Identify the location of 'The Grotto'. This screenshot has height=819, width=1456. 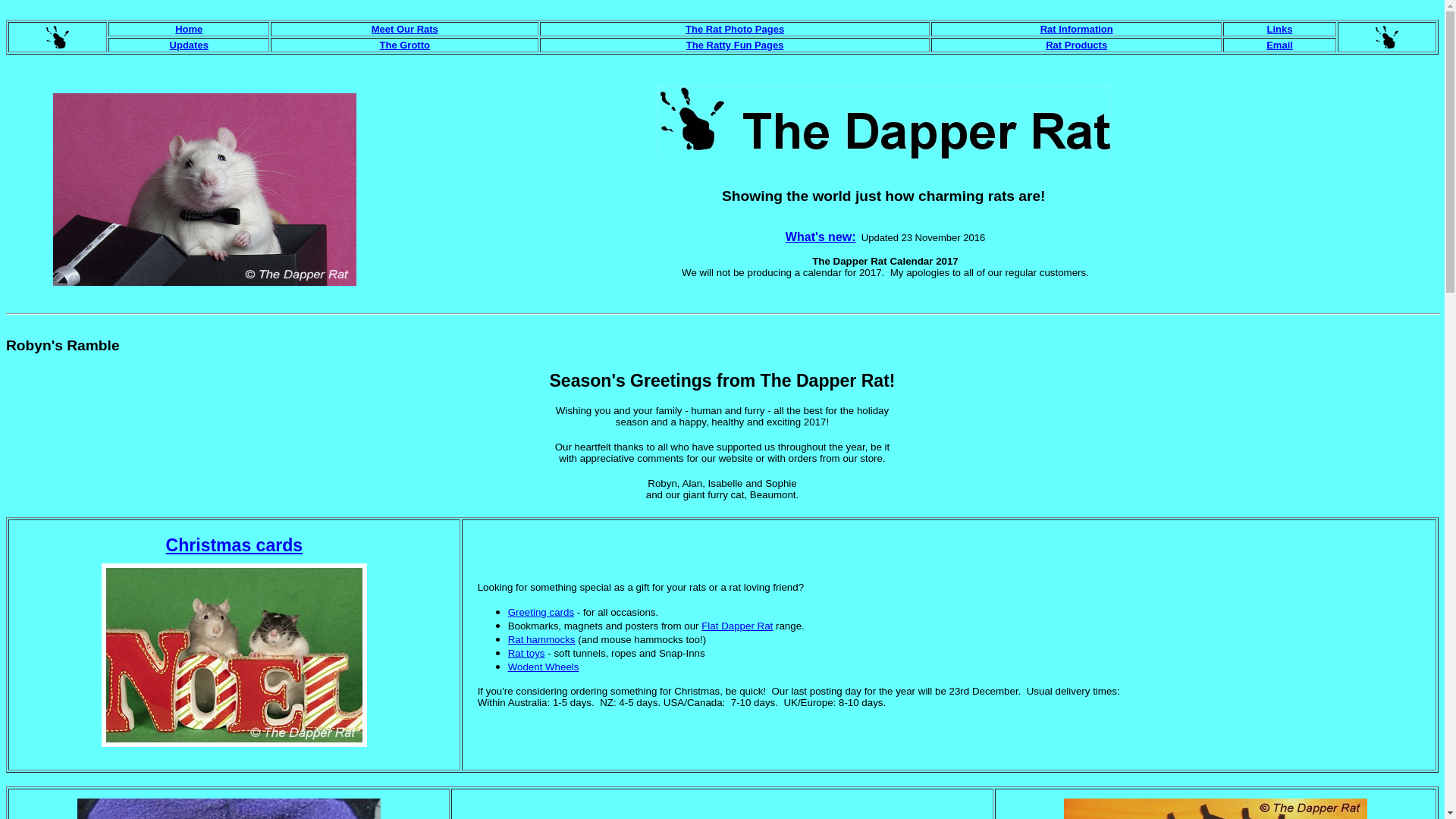
(404, 44).